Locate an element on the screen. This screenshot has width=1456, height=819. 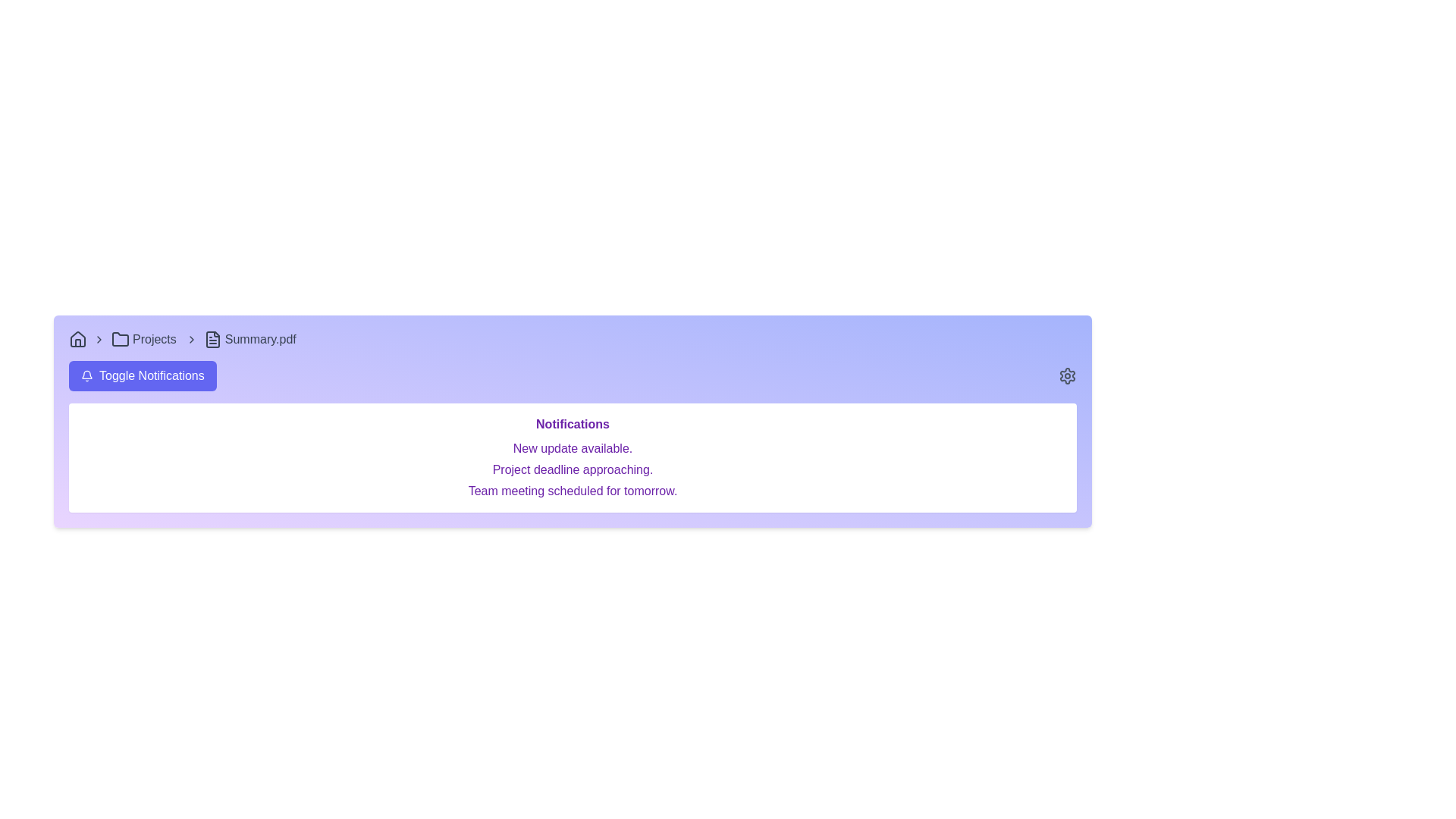
the Breadcrumb item representing the file 'Summary.pdf' is located at coordinates (251, 338).